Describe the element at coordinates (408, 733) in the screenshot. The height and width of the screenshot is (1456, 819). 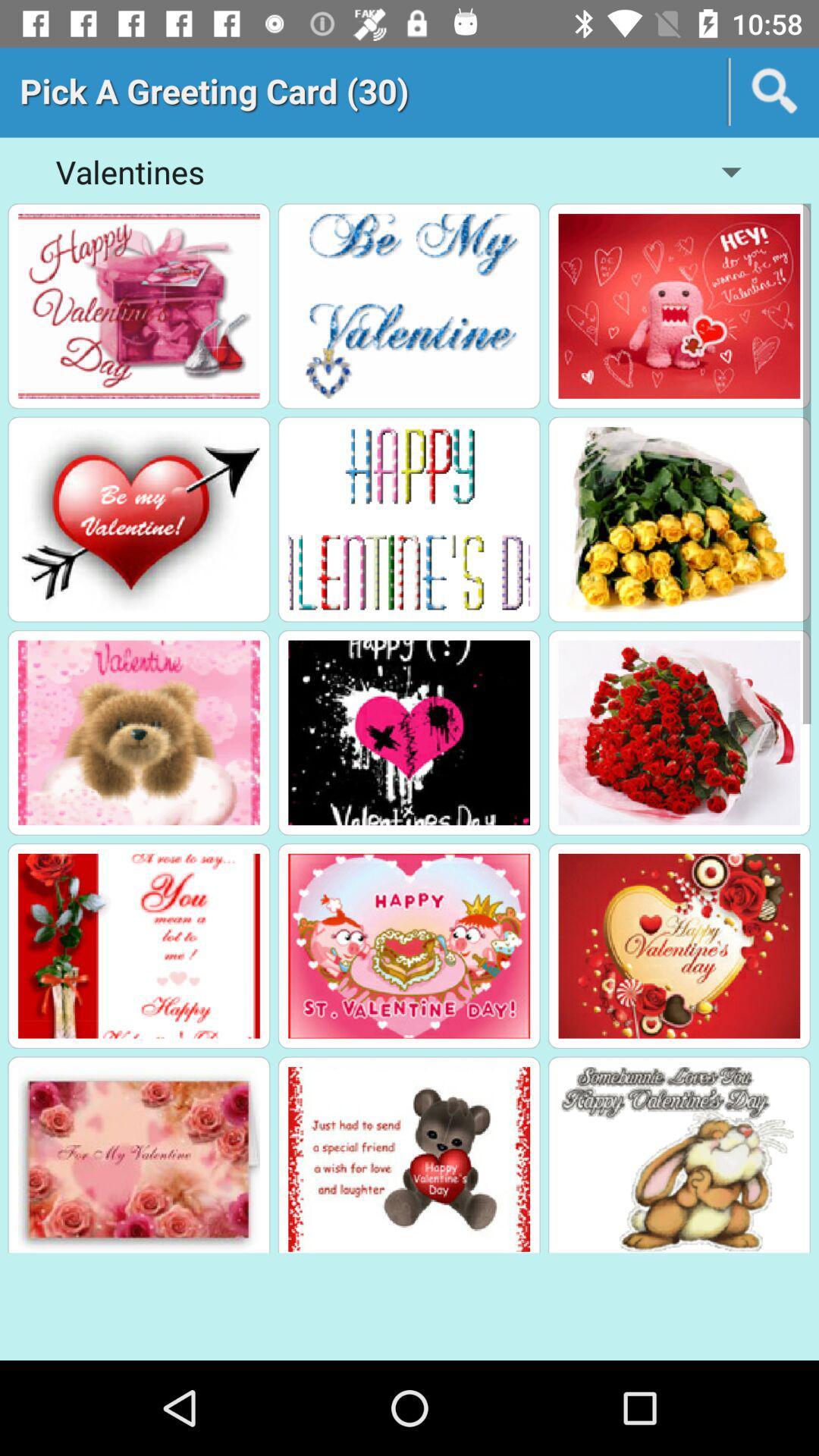
I see `the second image in the third row` at that location.